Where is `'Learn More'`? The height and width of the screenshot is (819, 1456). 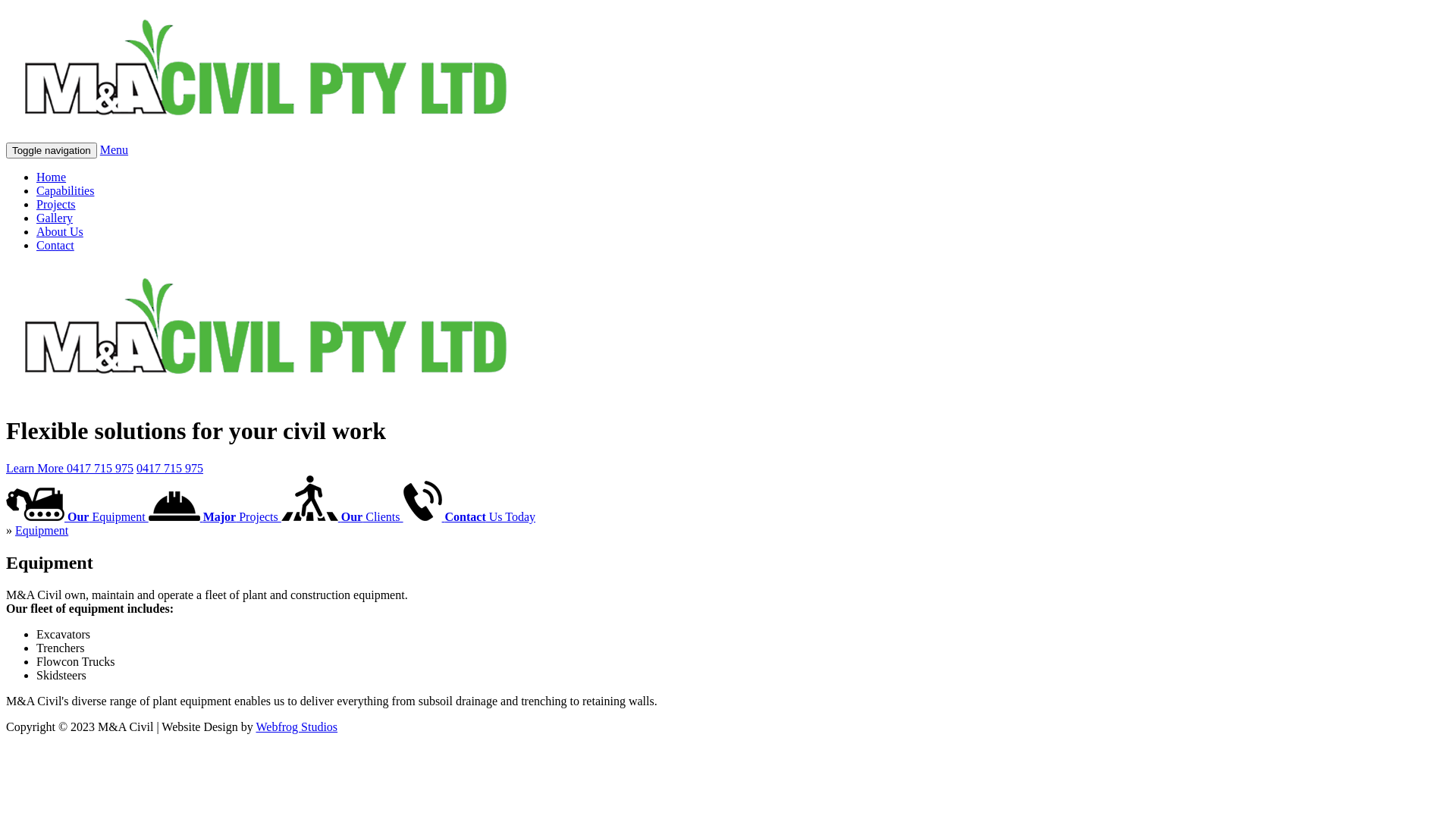 'Learn More' is located at coordinates (36, 467).